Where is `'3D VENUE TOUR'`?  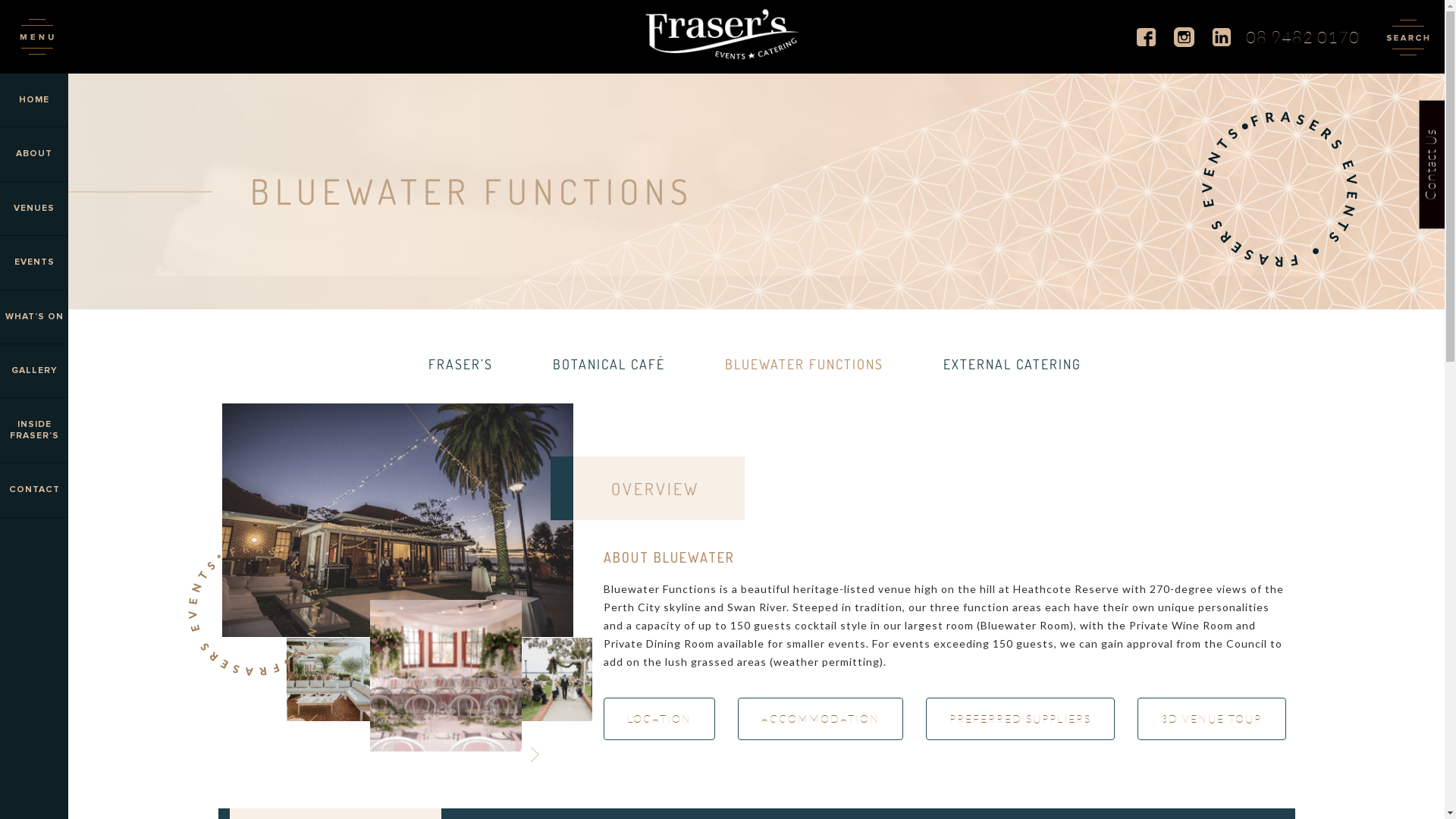 '3D VENUE TOUR' is located at coordinates (1211, 718).